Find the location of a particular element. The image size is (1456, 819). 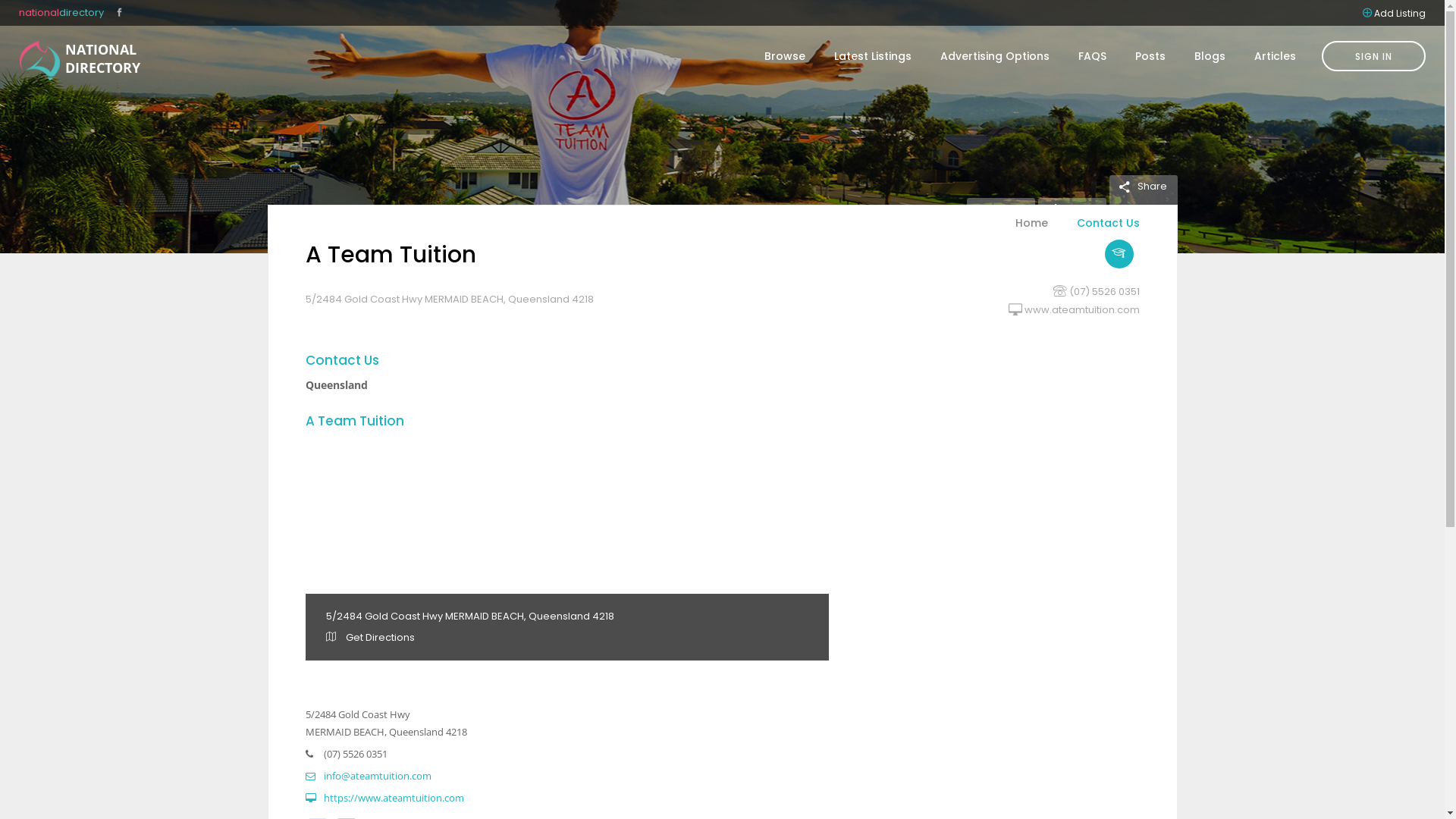

'nationaldirectory' is located at coordinates (61, 12).